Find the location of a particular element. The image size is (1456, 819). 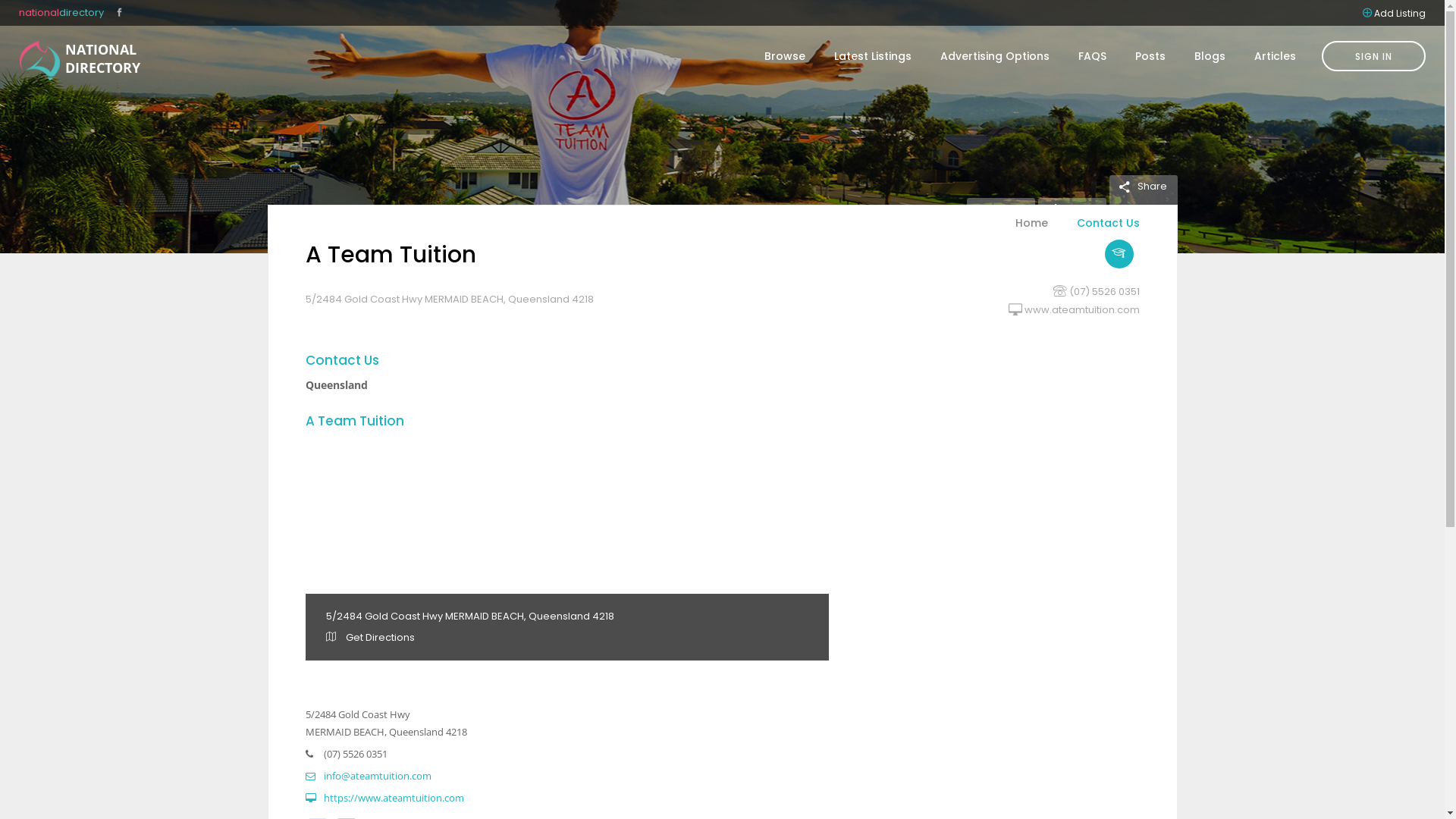

'nationaldirectory' is located at coordinates (61, 12).